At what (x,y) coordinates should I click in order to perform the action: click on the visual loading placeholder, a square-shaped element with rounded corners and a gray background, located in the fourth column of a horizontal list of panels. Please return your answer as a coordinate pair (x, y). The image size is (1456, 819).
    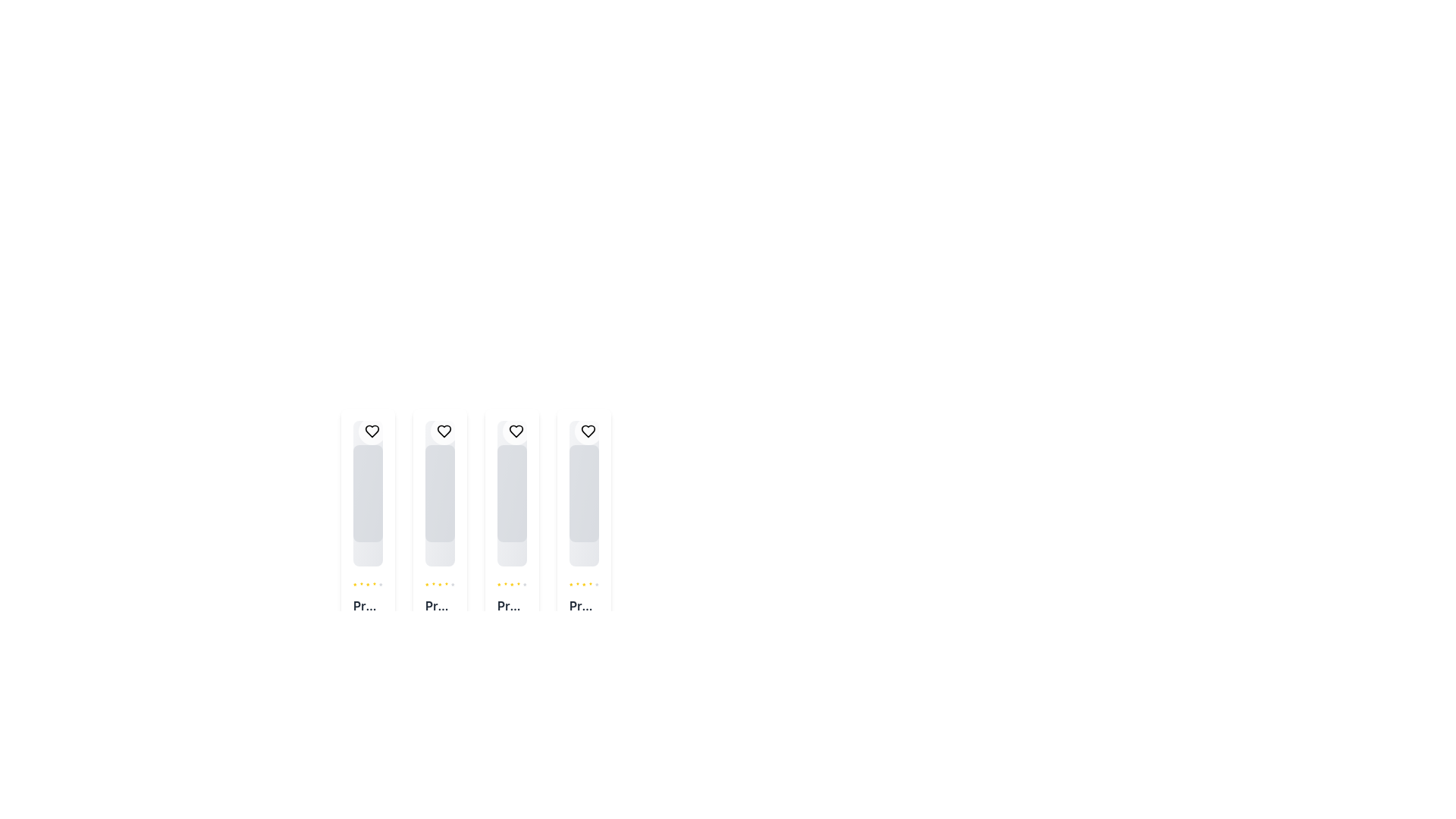
    Looking at the image, I should click on (583, 494).